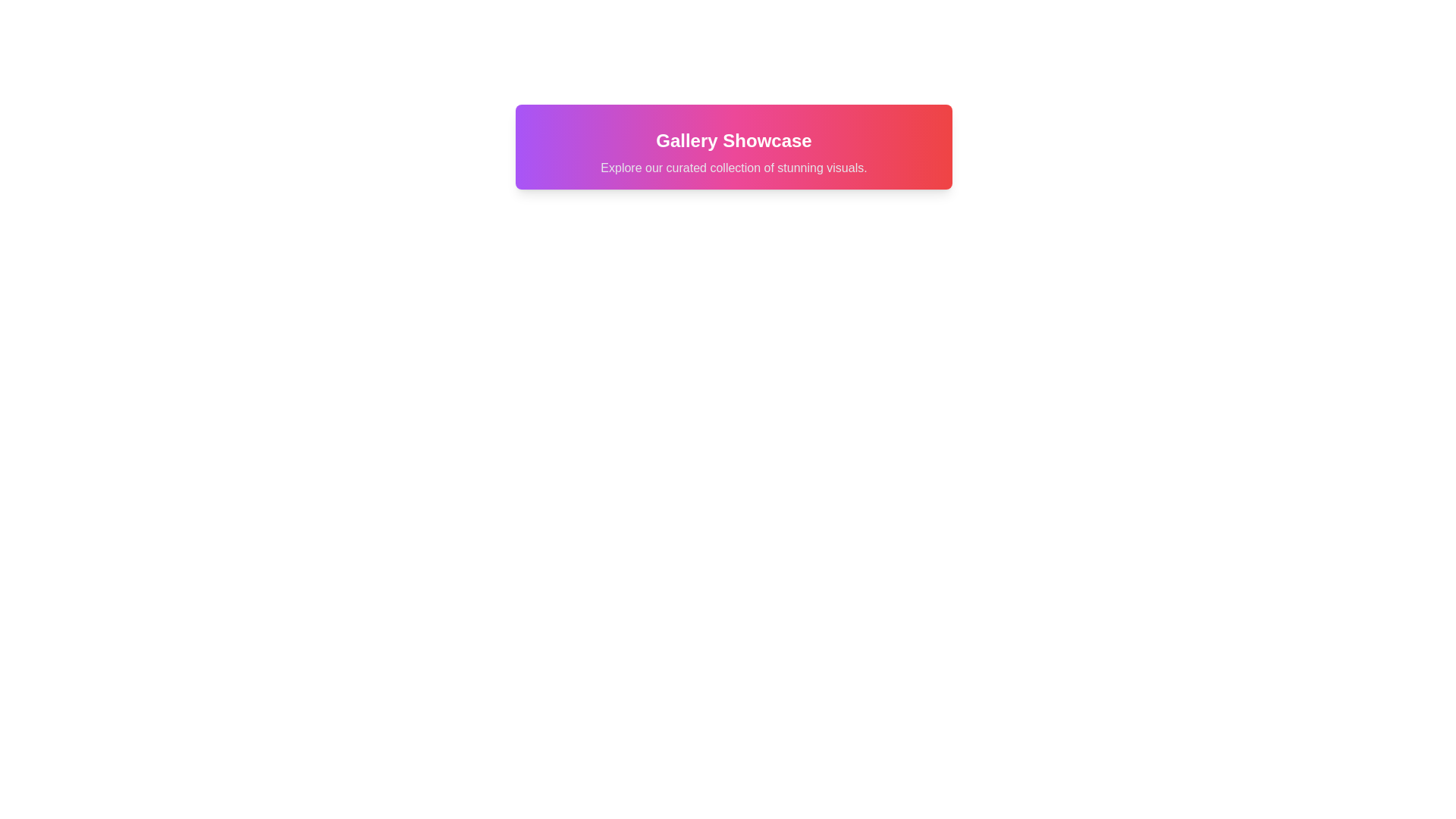  I want to click on the Informational banner titled 'Gallery Showcase' that features a gradient background from purple to red and contains a subtitle below in gray color, so click(734, 146).